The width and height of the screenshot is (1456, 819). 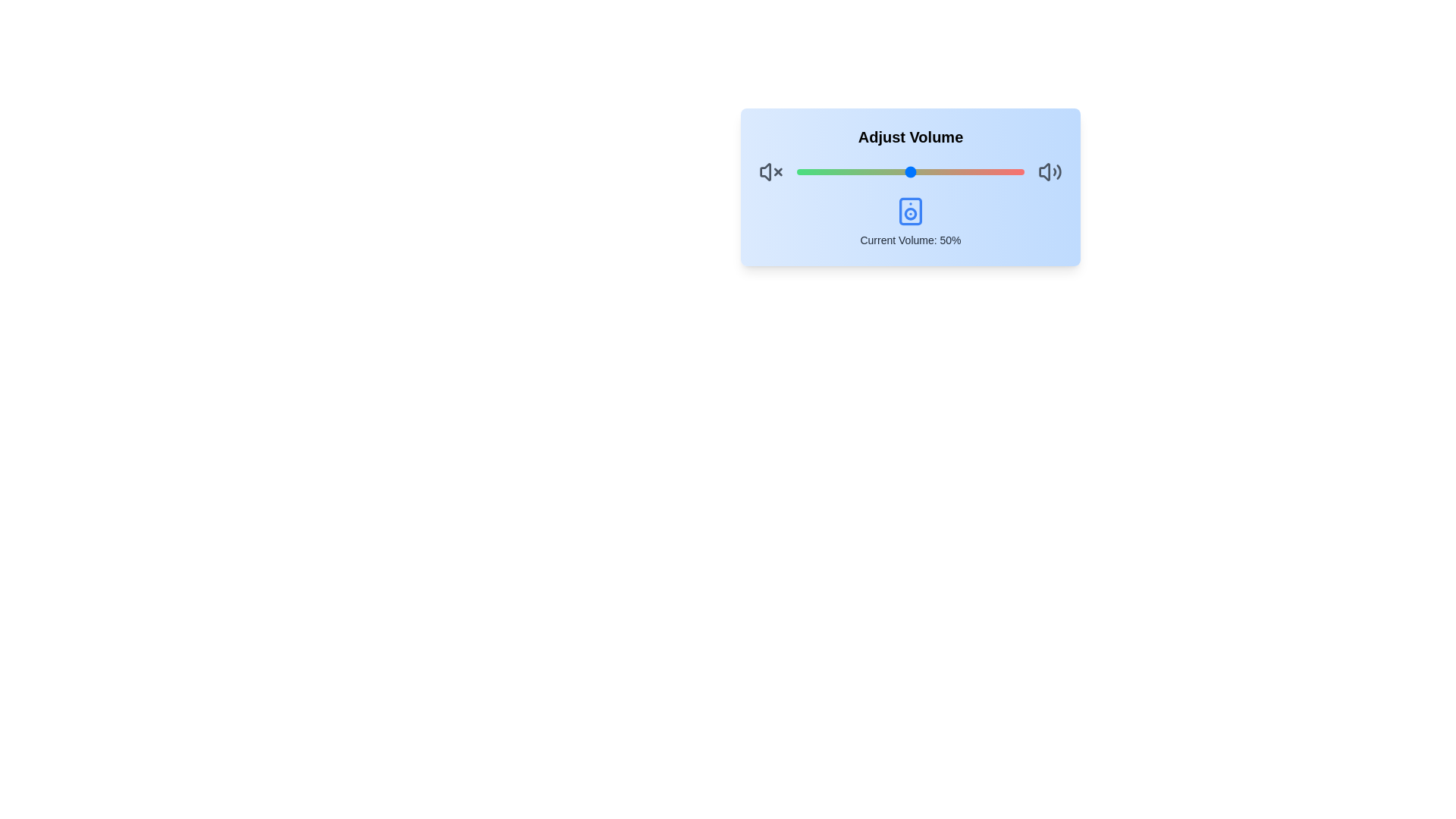 What do you see at coordinates (993, 171) in the screenshot?
I see `the volume slider to 86%` at bounding box center [993, 171].